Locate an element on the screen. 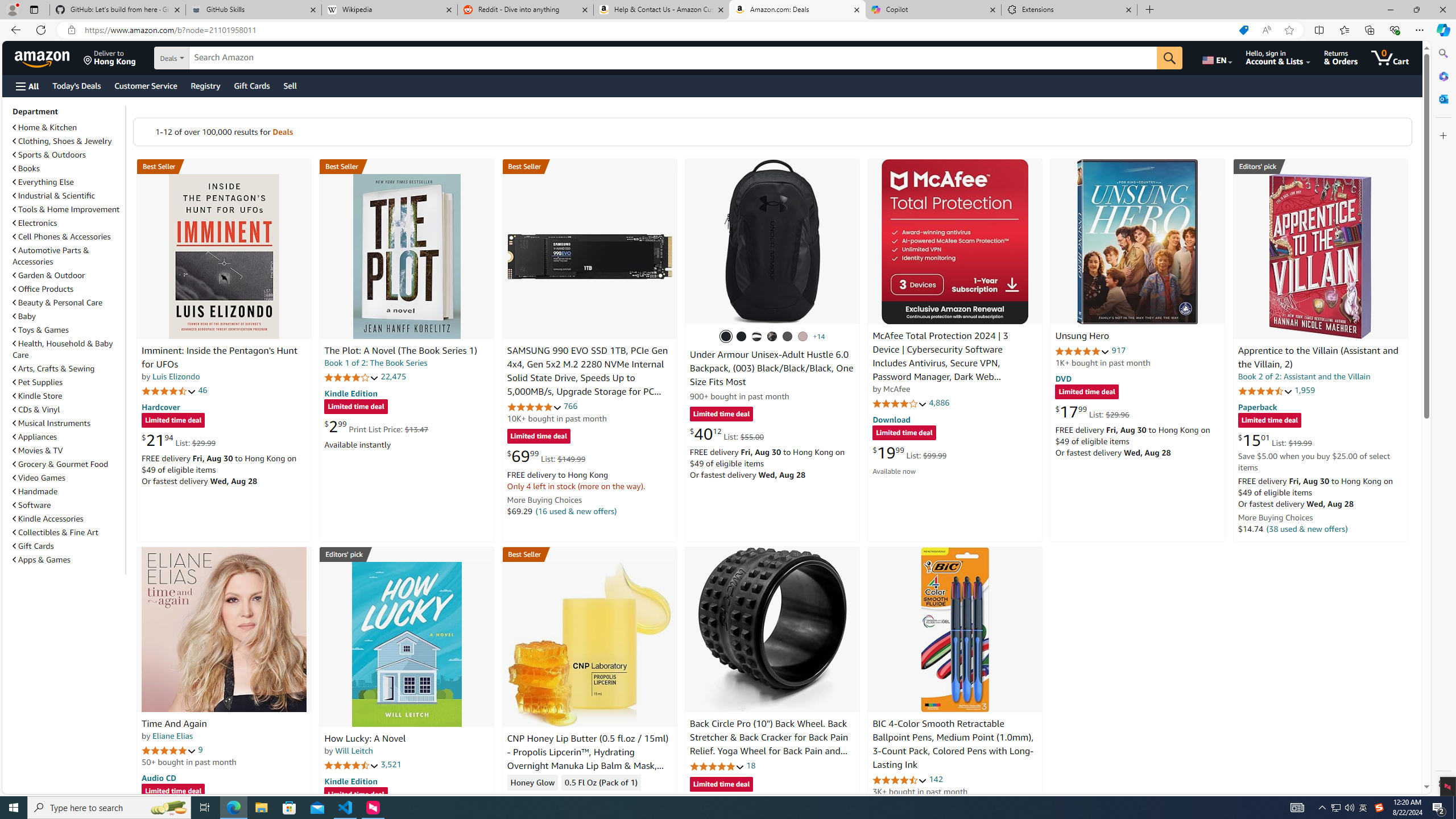  'Book 2 of 2: Assistant and the Villain' is located at coordinates (1303, 375).